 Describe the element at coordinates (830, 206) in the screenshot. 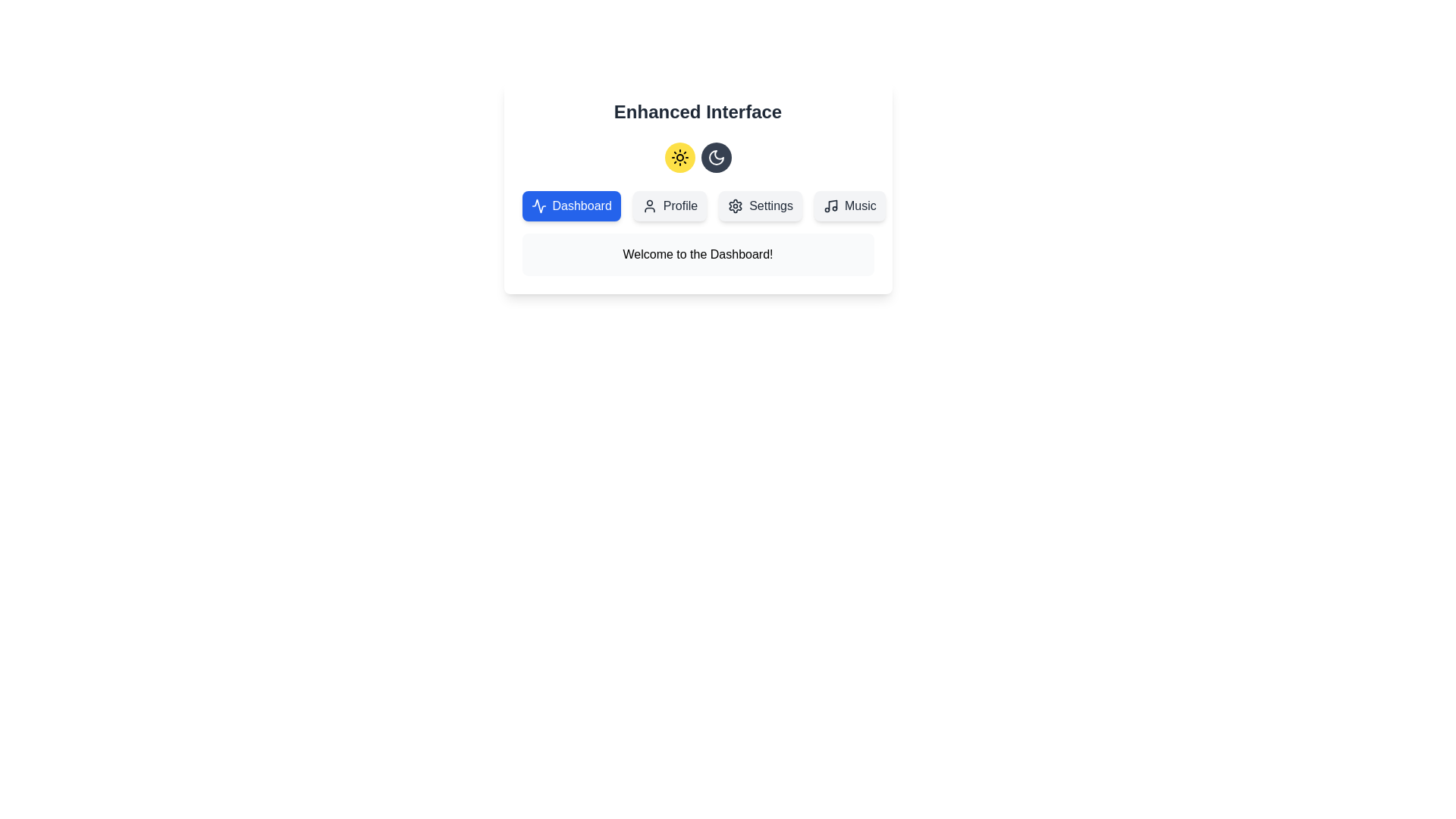

I see `the Music icon located at the far-right of the button row, next to its textual label` at that location.